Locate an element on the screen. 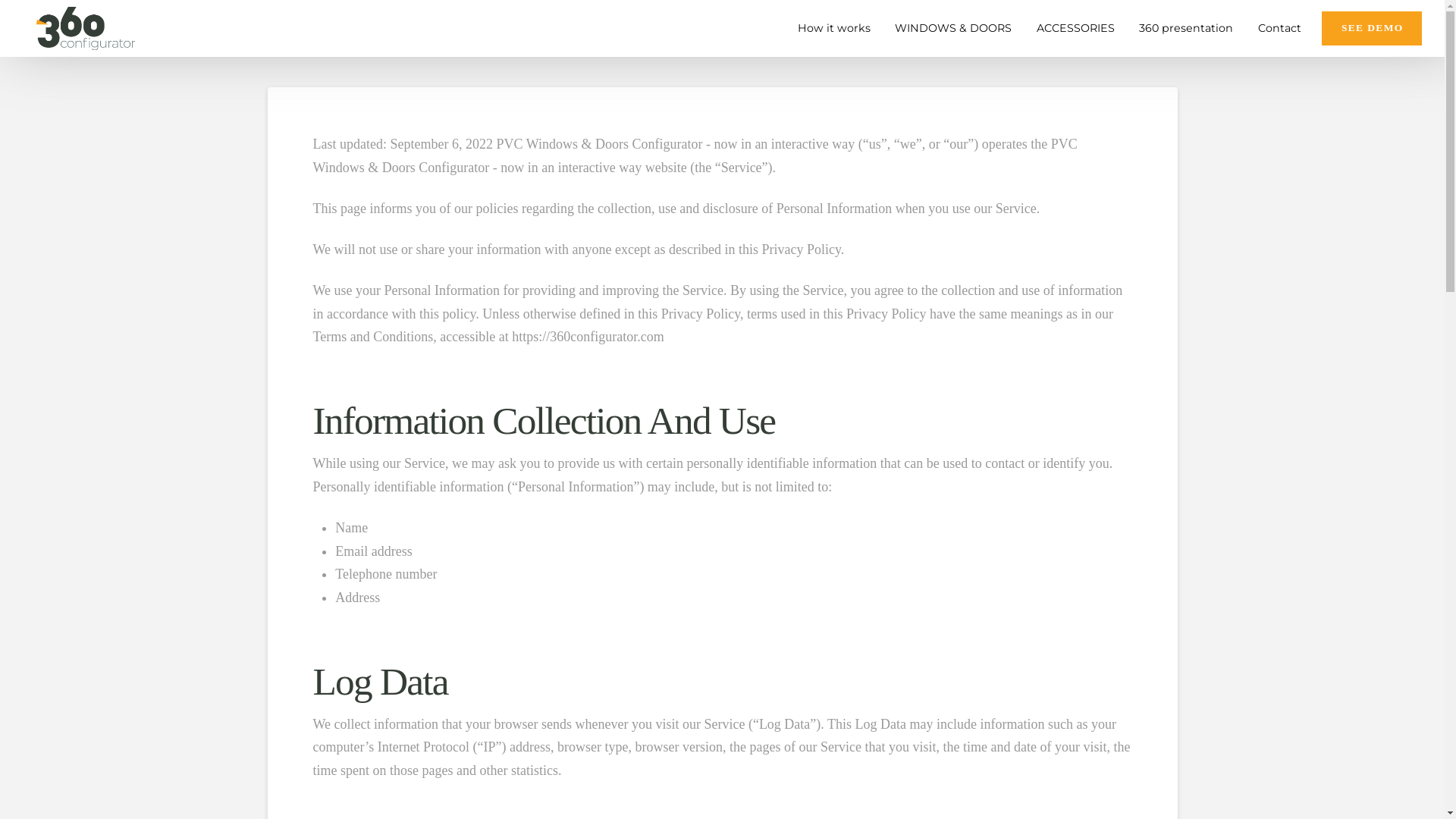  '360 presentation' is located at coordinates (1182, 28).